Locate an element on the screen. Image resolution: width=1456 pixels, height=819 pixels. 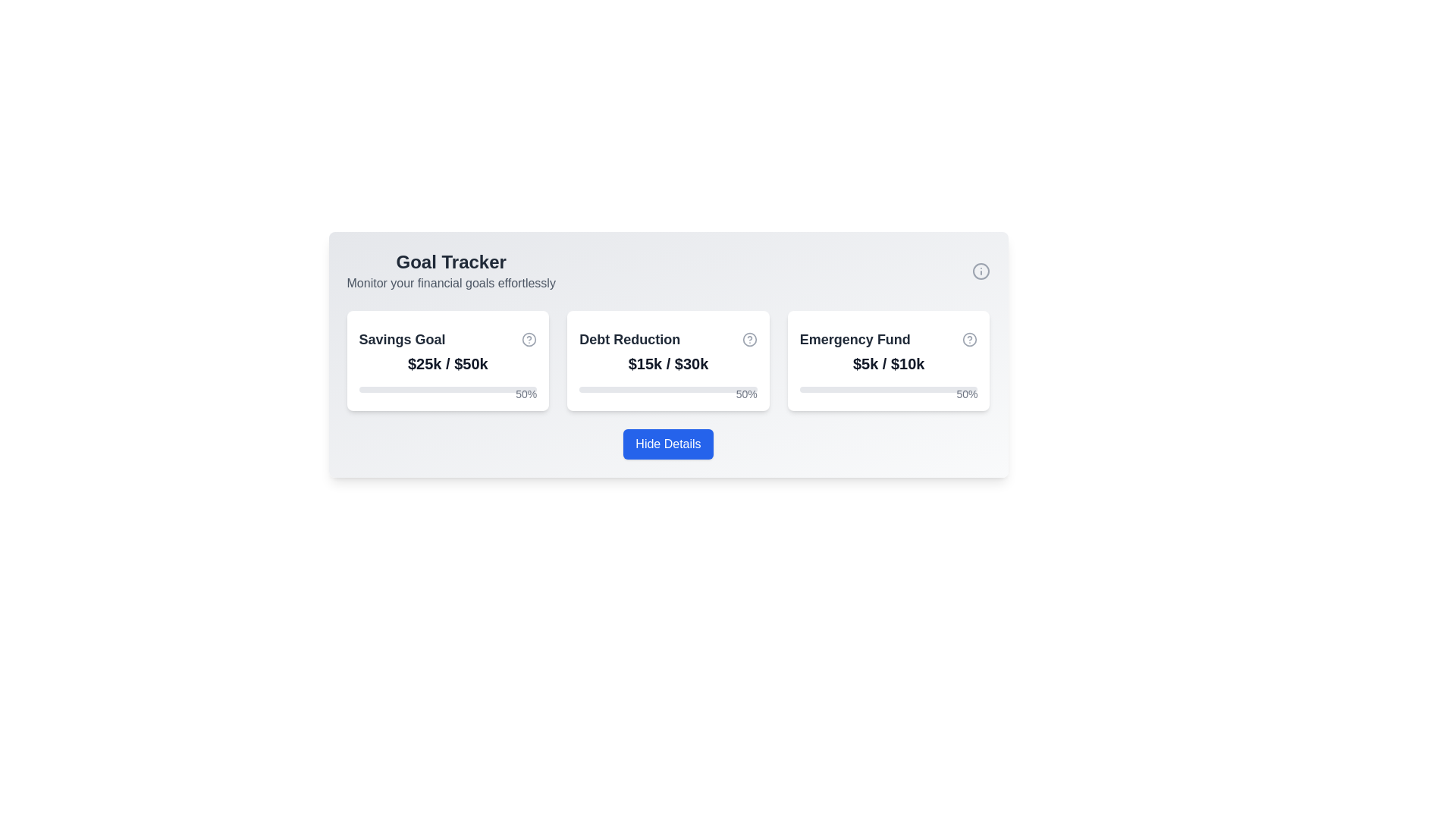
the progress bar in the 'Savings Goal' card, which displays a partially filled green segment and a percentage label of '50%' is located at coordinates (447, 388).